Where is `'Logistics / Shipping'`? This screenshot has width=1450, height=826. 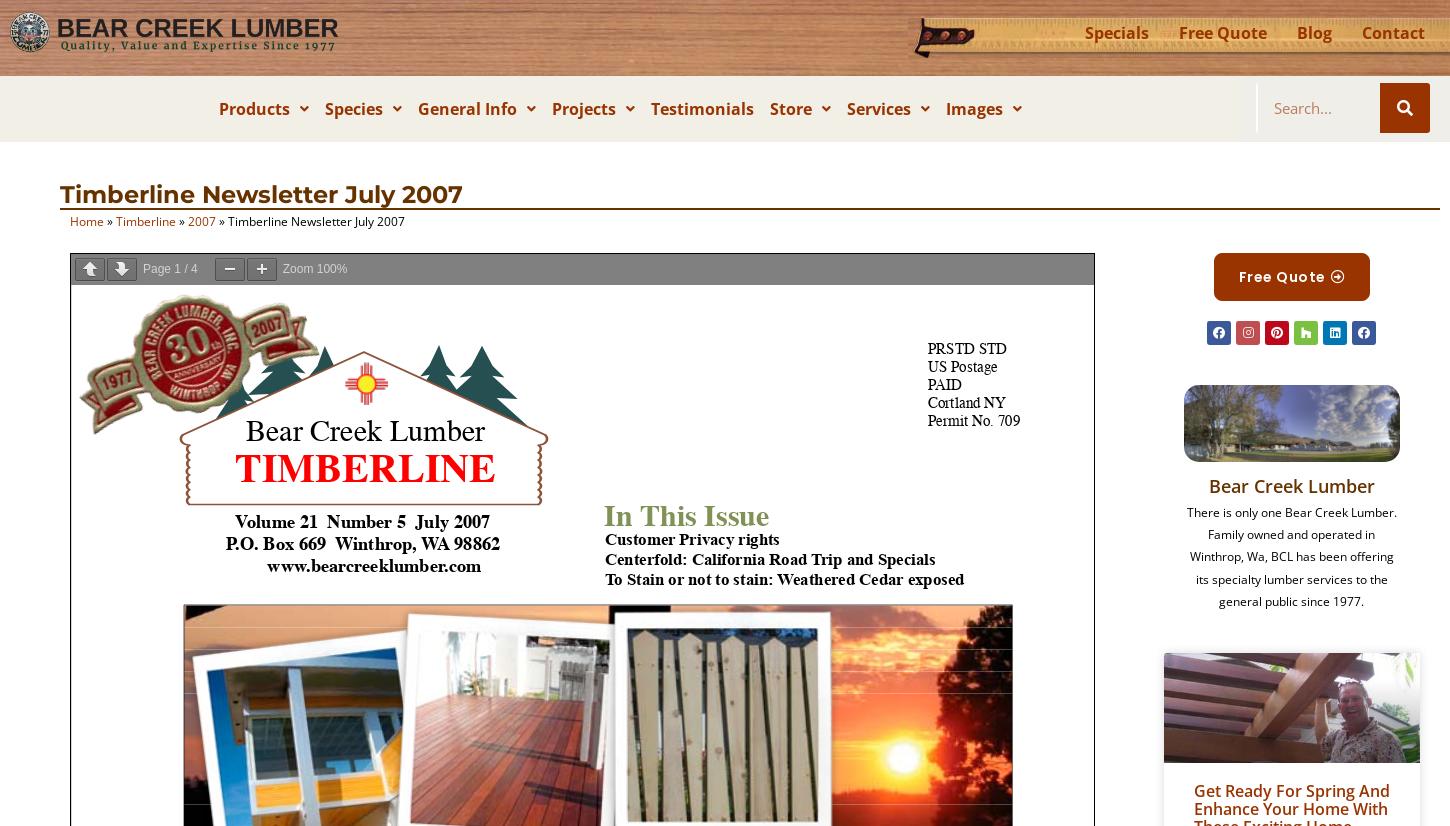
'Logistics / Shipping' is located at coordinates (872, 342).